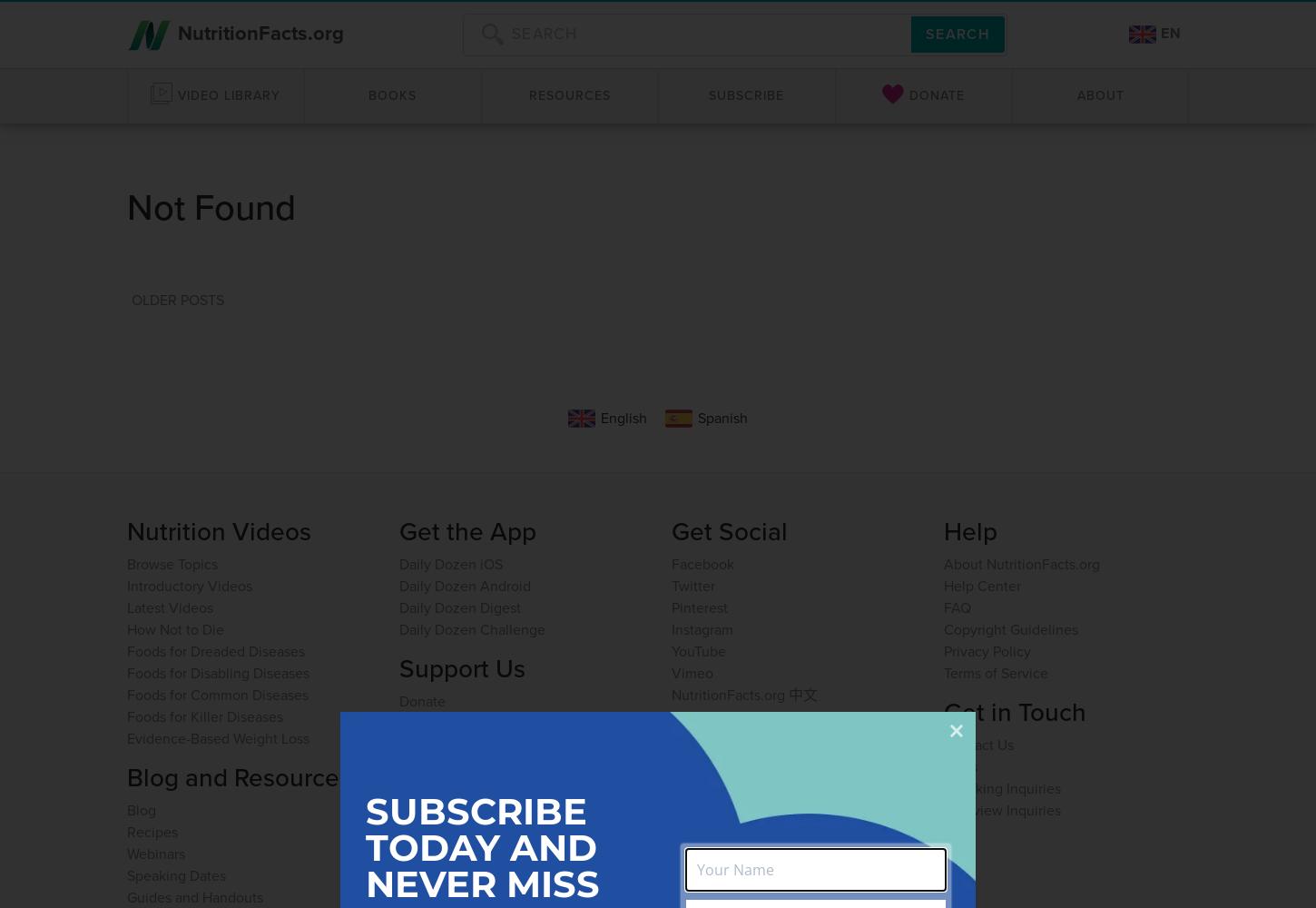  Describe the element at coordinates (472, 627) in the screenshot. I see `'Daily Dozen Challenge'` at that location.